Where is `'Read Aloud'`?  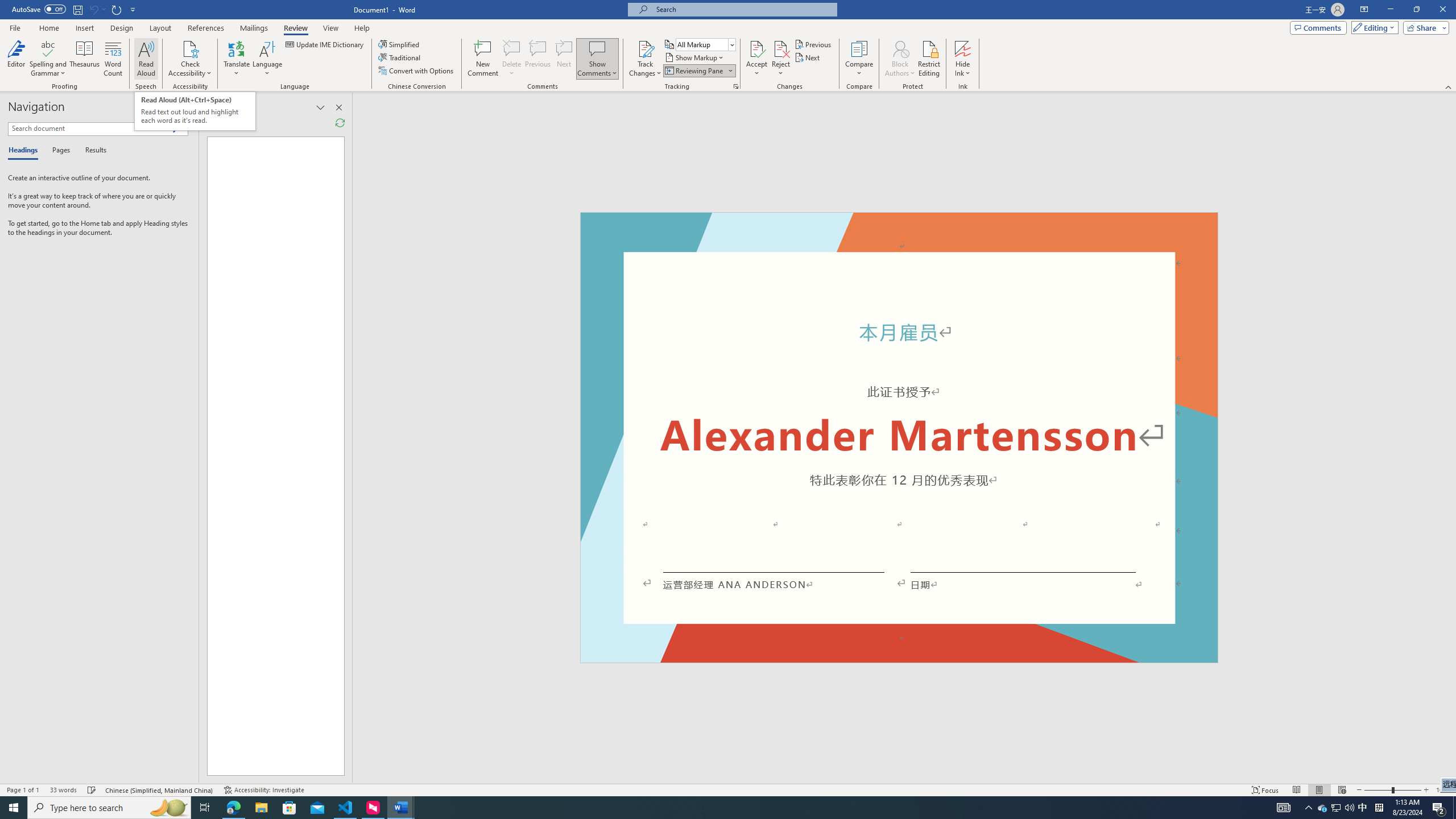 'Read Aloud' is located at coordinates (146, 59).